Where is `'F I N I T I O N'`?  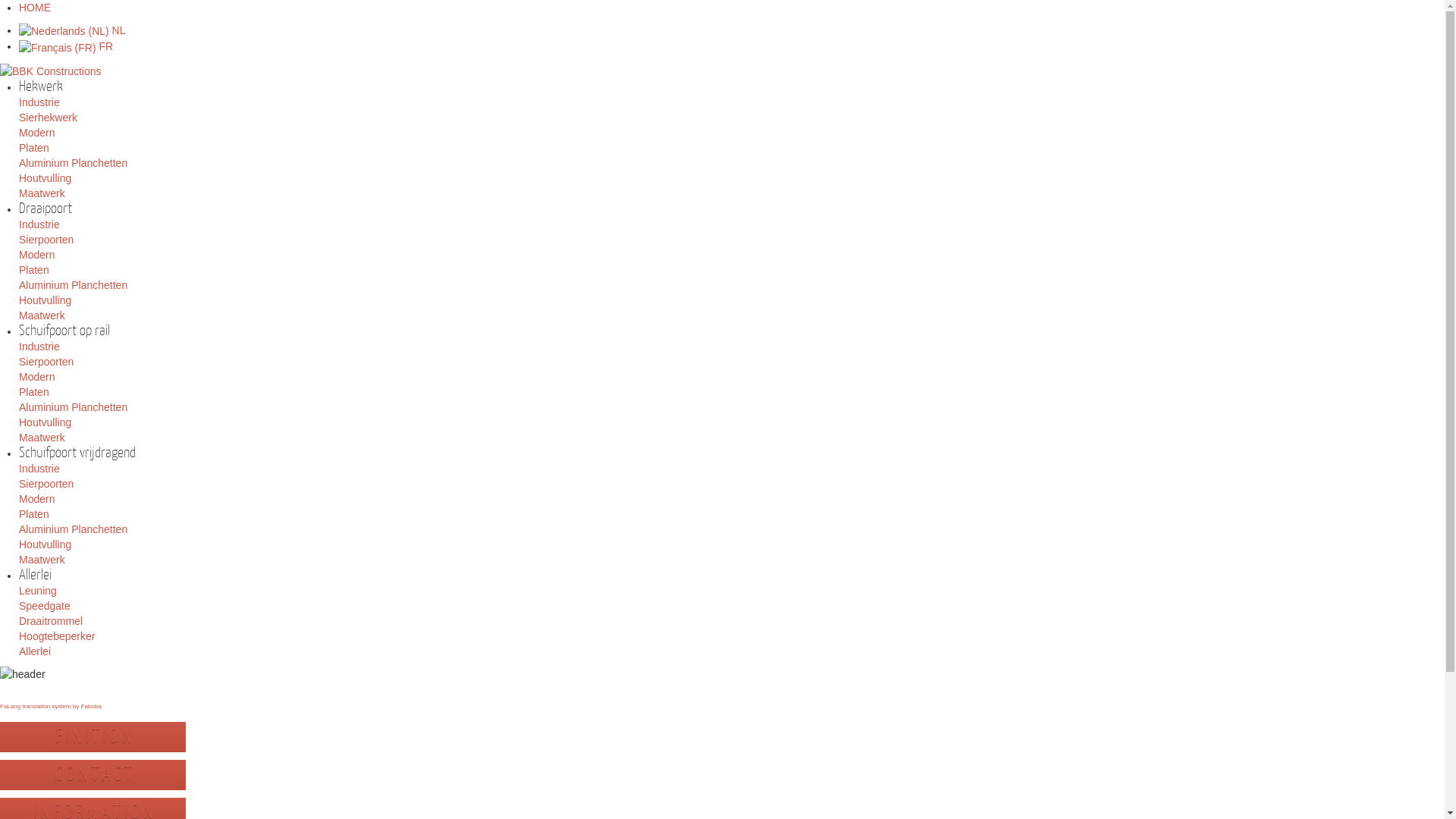
'F I N I T I O N' is located at coordinates (91, 736).